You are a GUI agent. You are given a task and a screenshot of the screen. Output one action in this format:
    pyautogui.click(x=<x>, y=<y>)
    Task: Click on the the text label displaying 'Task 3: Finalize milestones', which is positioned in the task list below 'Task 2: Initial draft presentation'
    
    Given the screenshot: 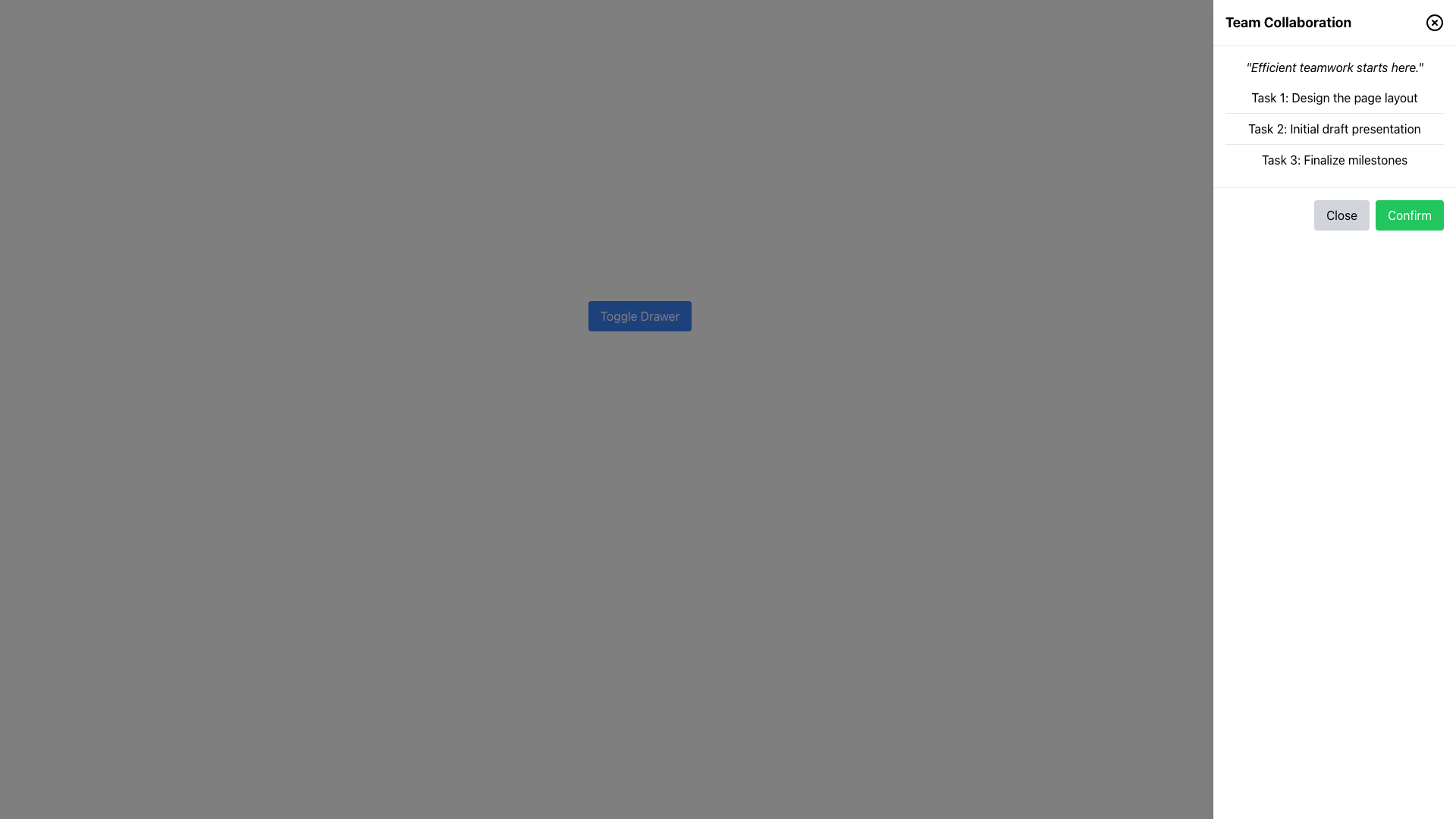 What is the action you would take?
    pyautogui.click(x=1335, y=160)
    